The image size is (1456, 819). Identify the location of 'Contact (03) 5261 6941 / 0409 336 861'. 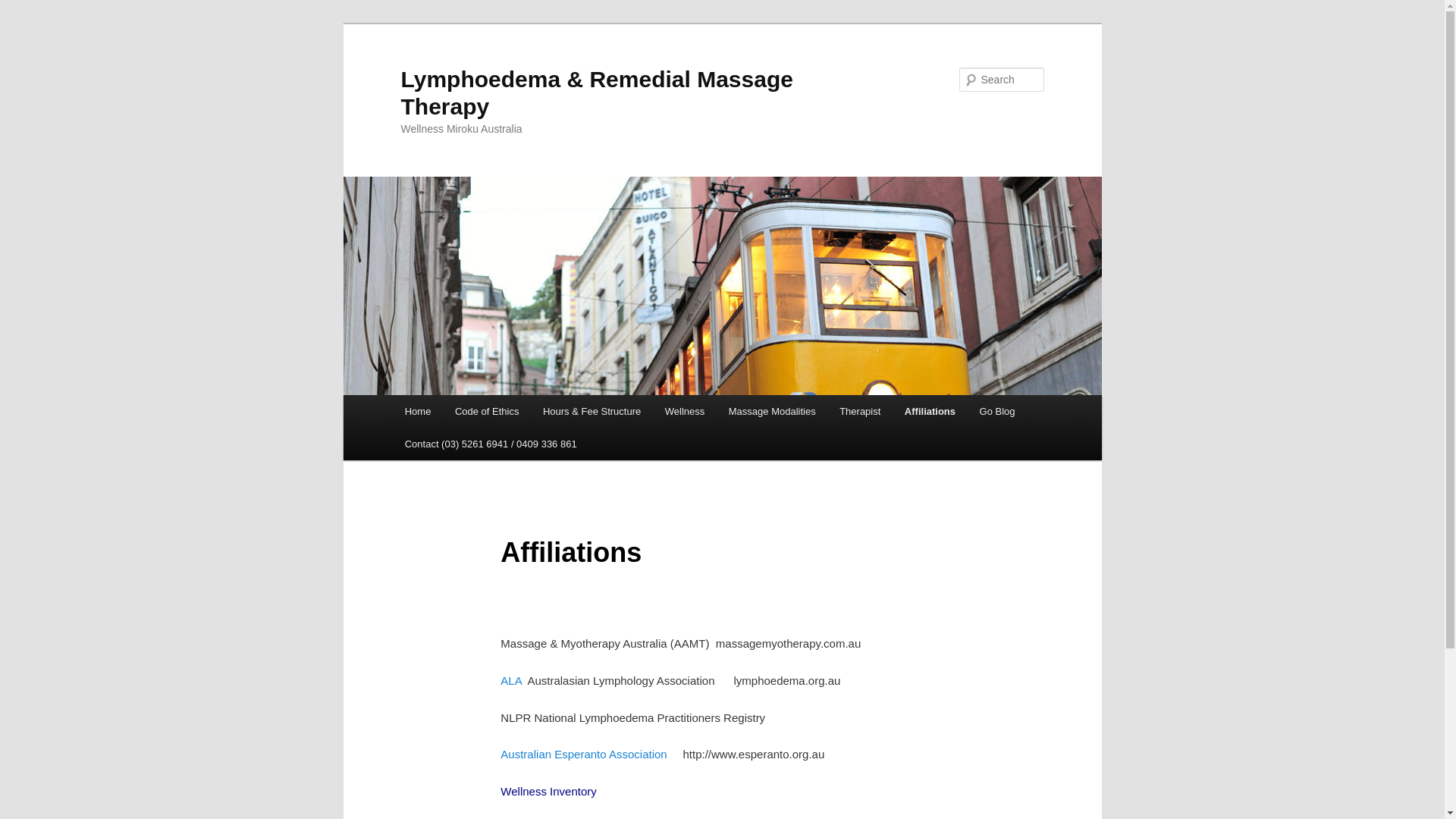
(393, 444).